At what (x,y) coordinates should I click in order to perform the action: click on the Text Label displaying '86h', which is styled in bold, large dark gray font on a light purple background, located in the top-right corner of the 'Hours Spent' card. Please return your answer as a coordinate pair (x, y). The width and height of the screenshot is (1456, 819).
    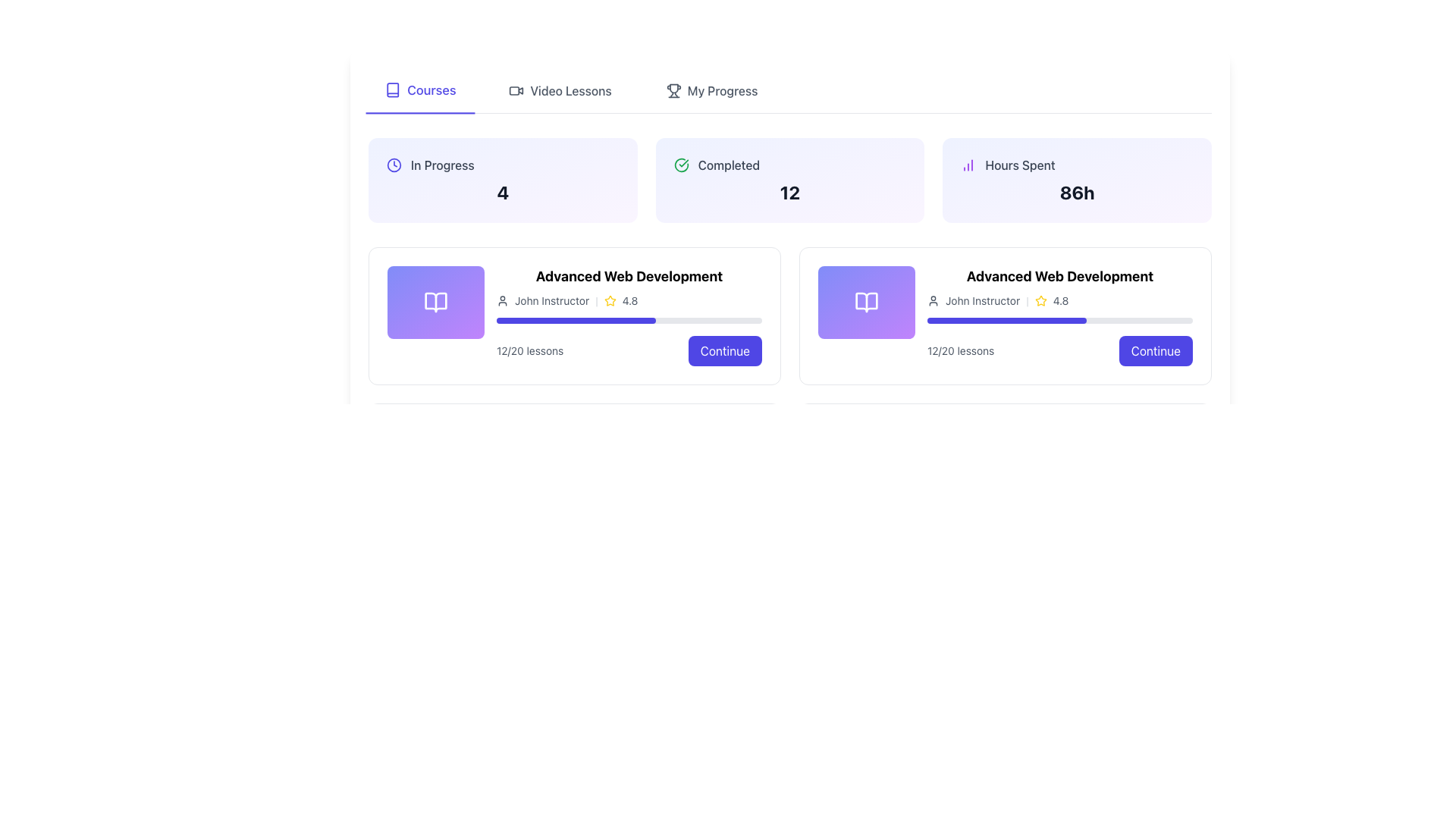
    Looking at the image, I should click on (1076, 192).